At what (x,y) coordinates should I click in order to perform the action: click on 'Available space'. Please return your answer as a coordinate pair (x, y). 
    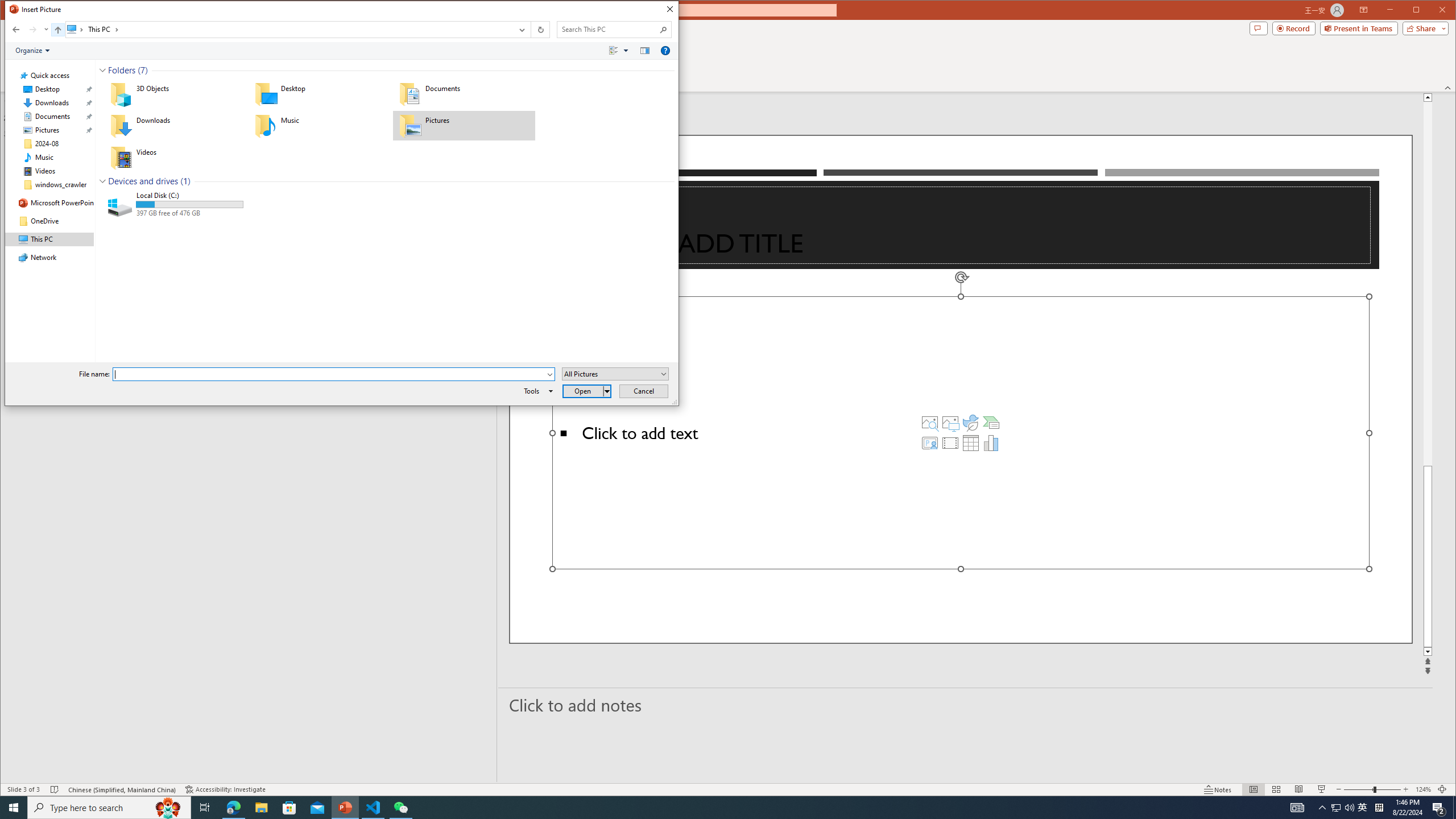
    Looking at the image, I should click on (190, 213).